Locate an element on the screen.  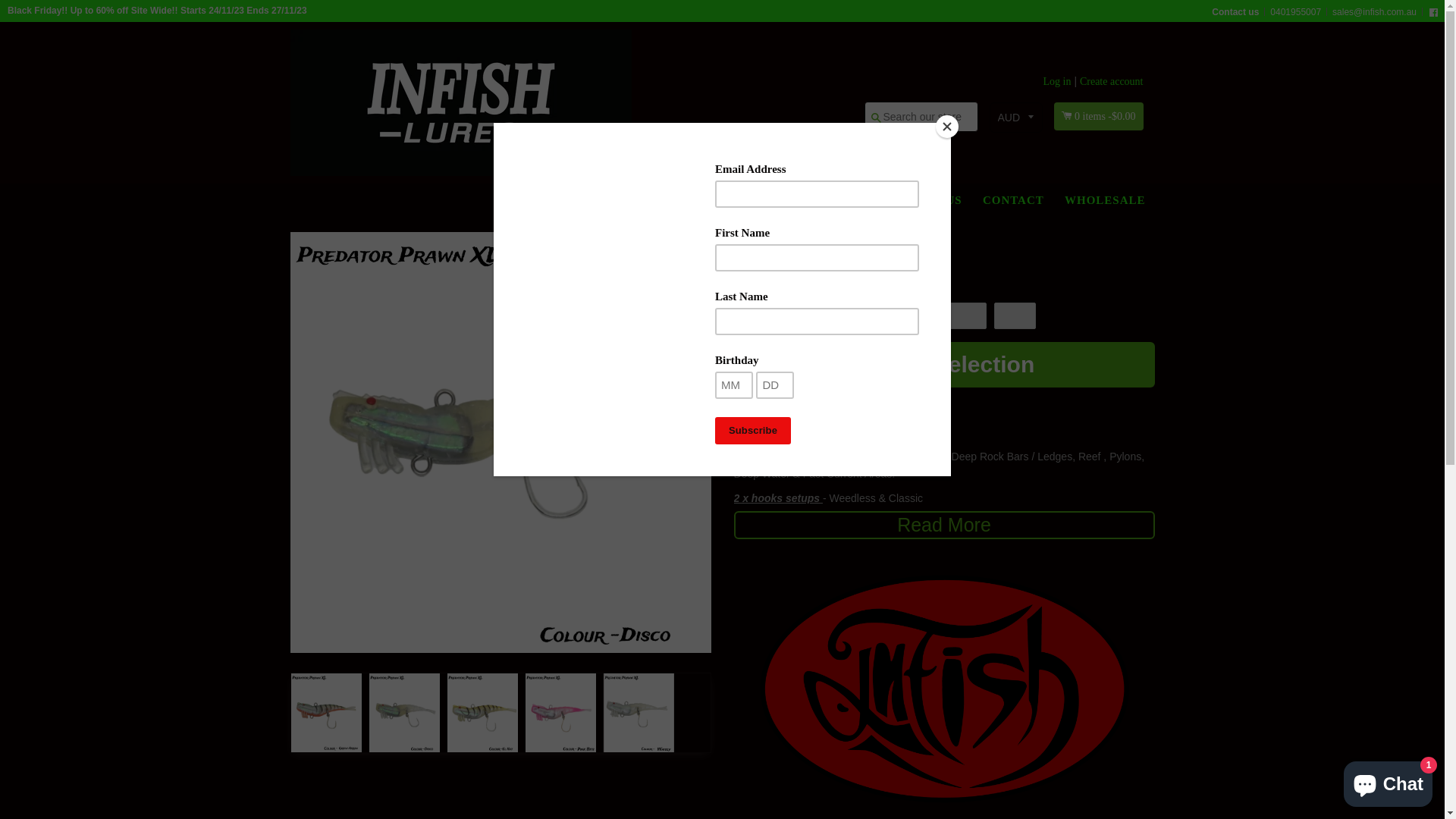
'CONTACT' is located at coordinates (1013, 199).